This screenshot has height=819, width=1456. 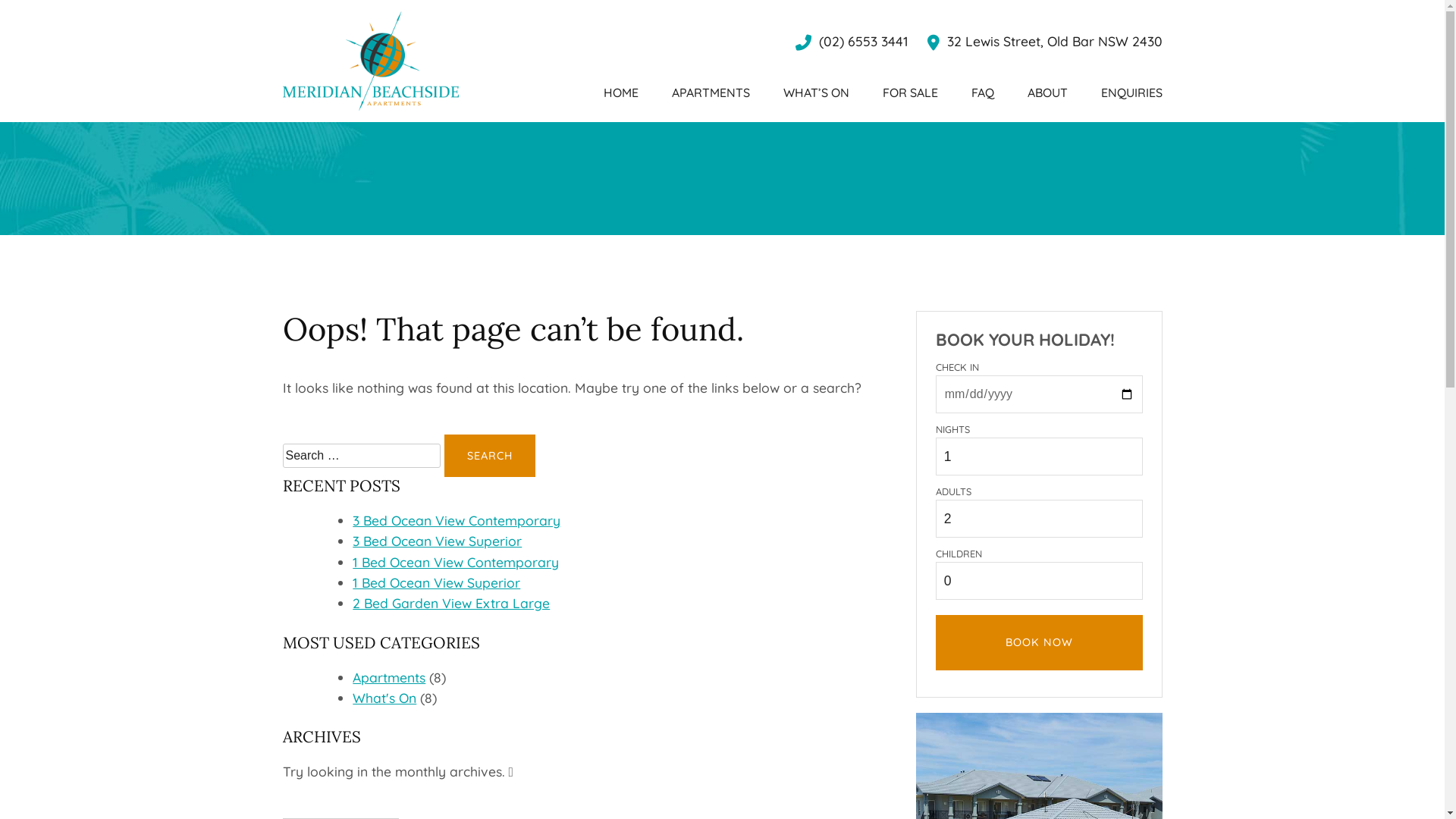 I want to click on '1 Bed Ocean View Contemporary', so click(x=454, y=561).